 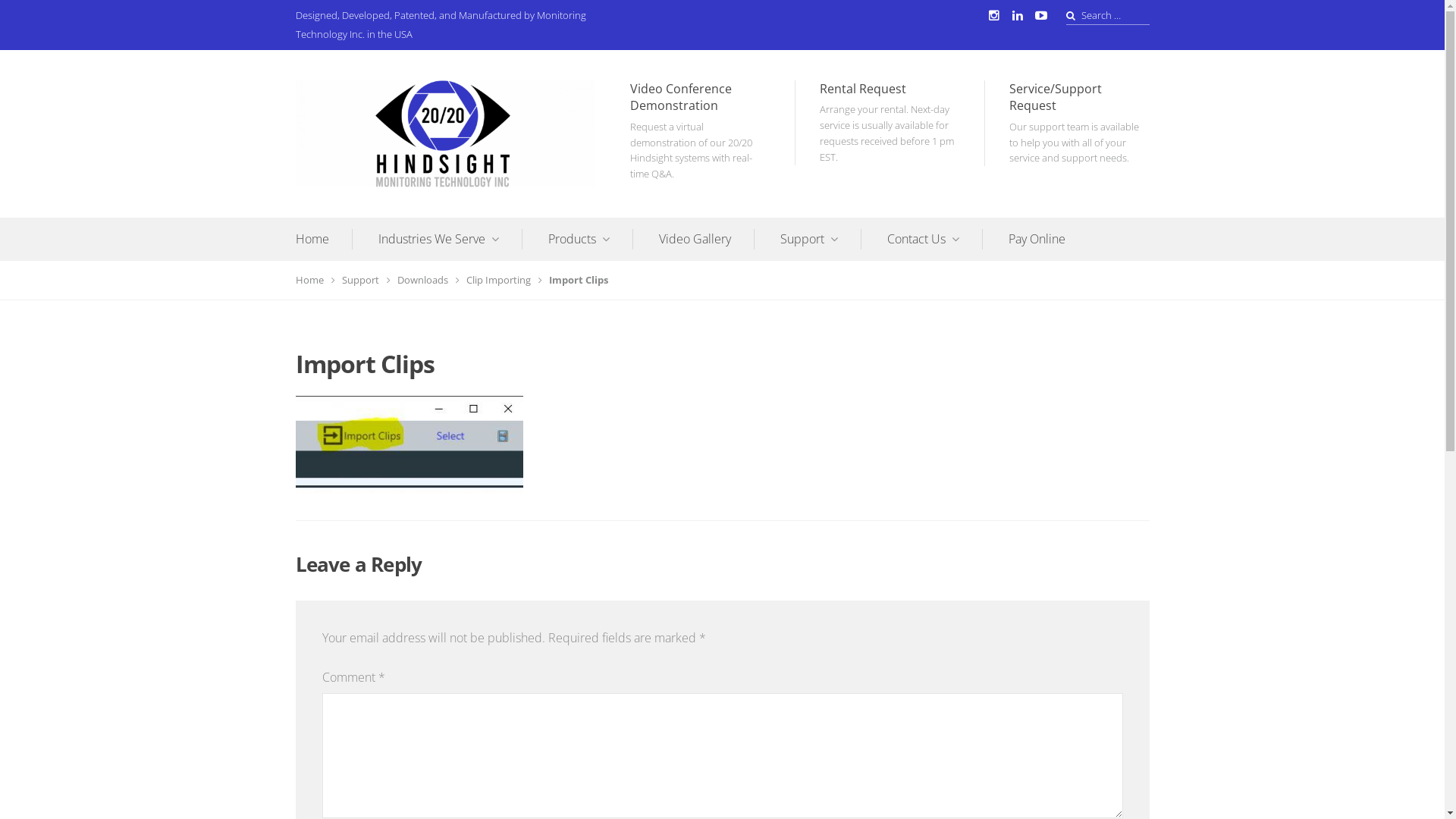 I want to click on 'Support', so click(x=365, y=280).